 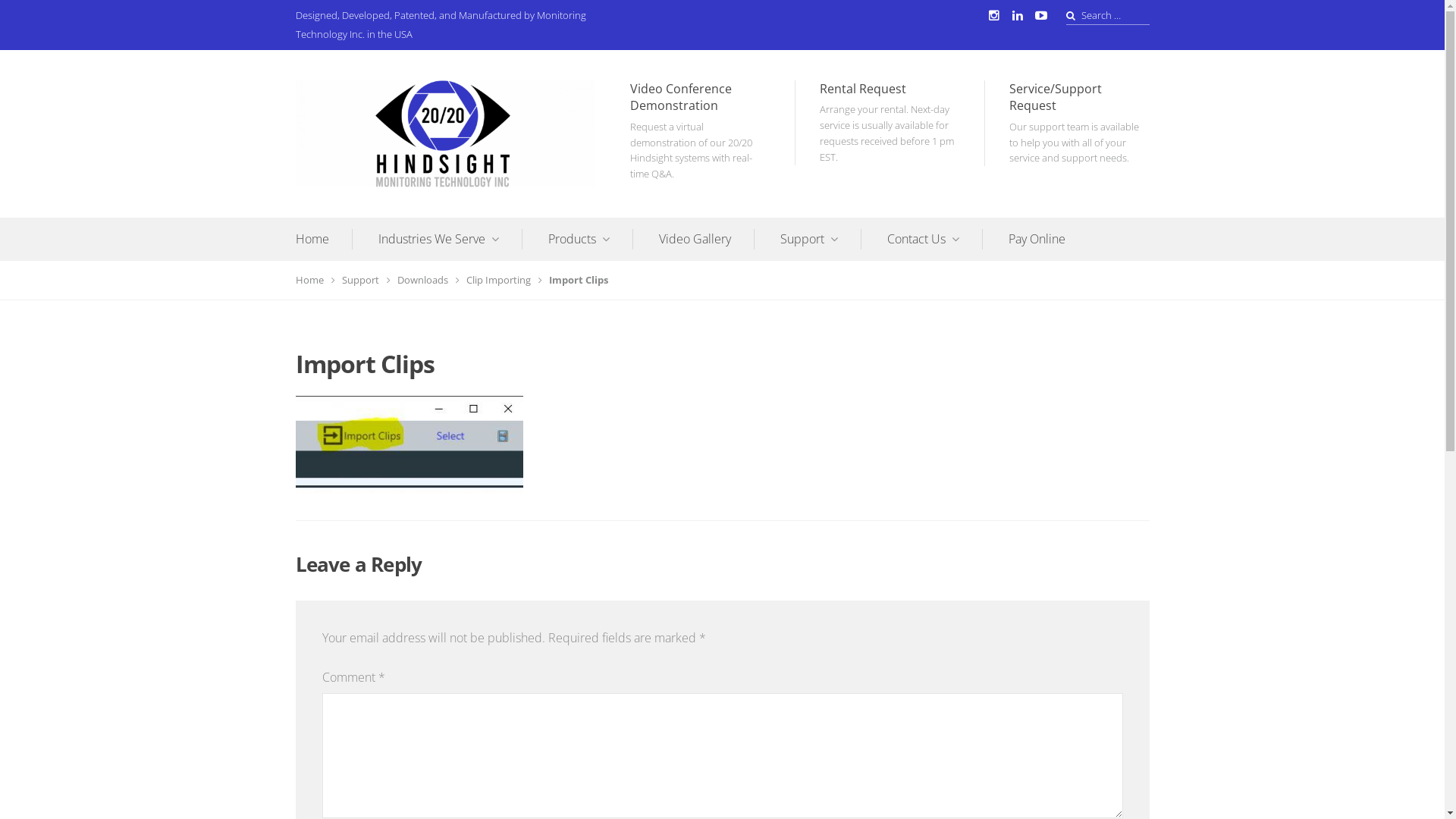 I want to click on 'Support', so click(x=365, y=280).